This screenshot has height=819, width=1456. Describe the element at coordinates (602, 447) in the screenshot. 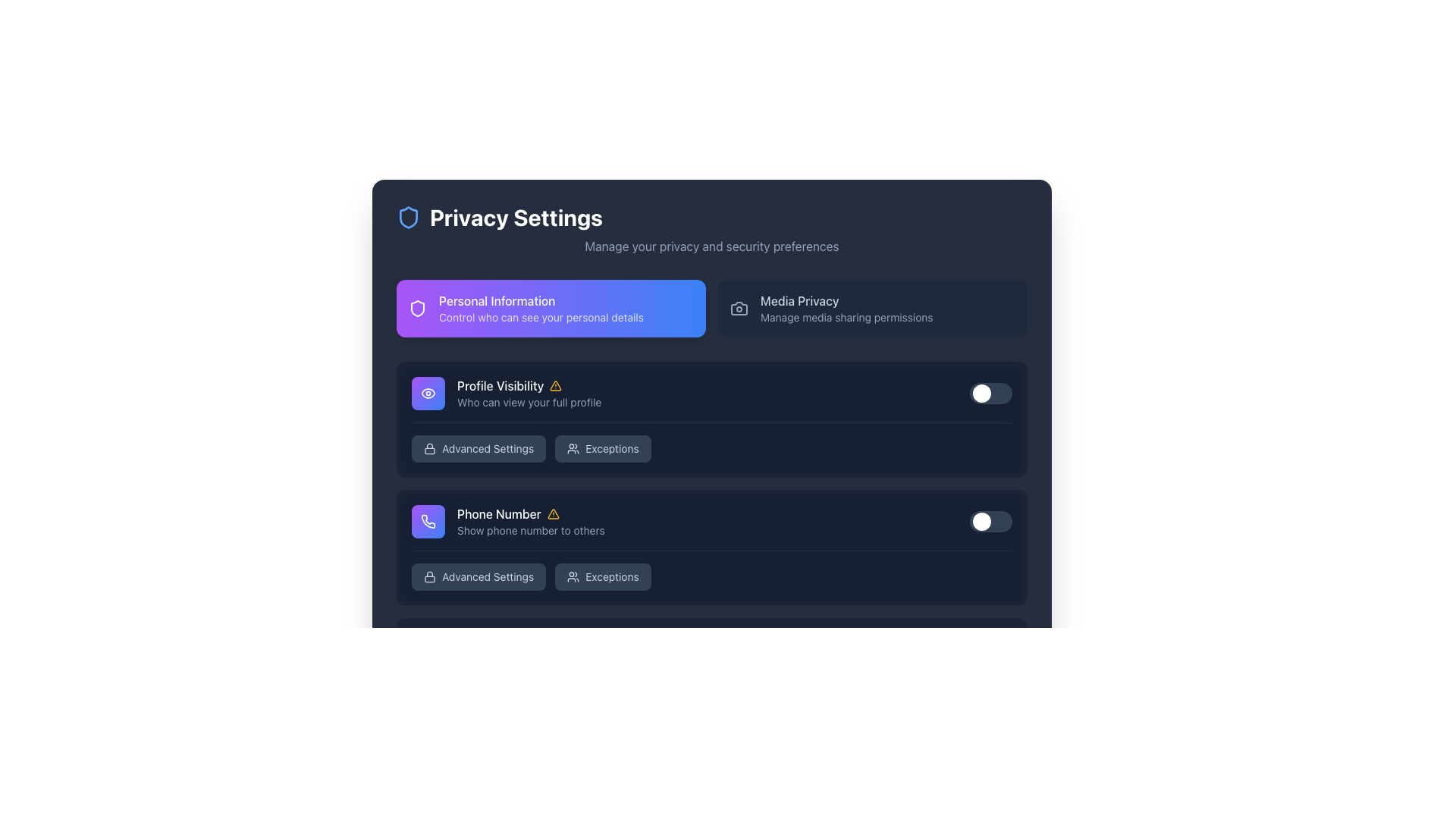

I see `the second button in the 'Profile Visibility' section` at that location.